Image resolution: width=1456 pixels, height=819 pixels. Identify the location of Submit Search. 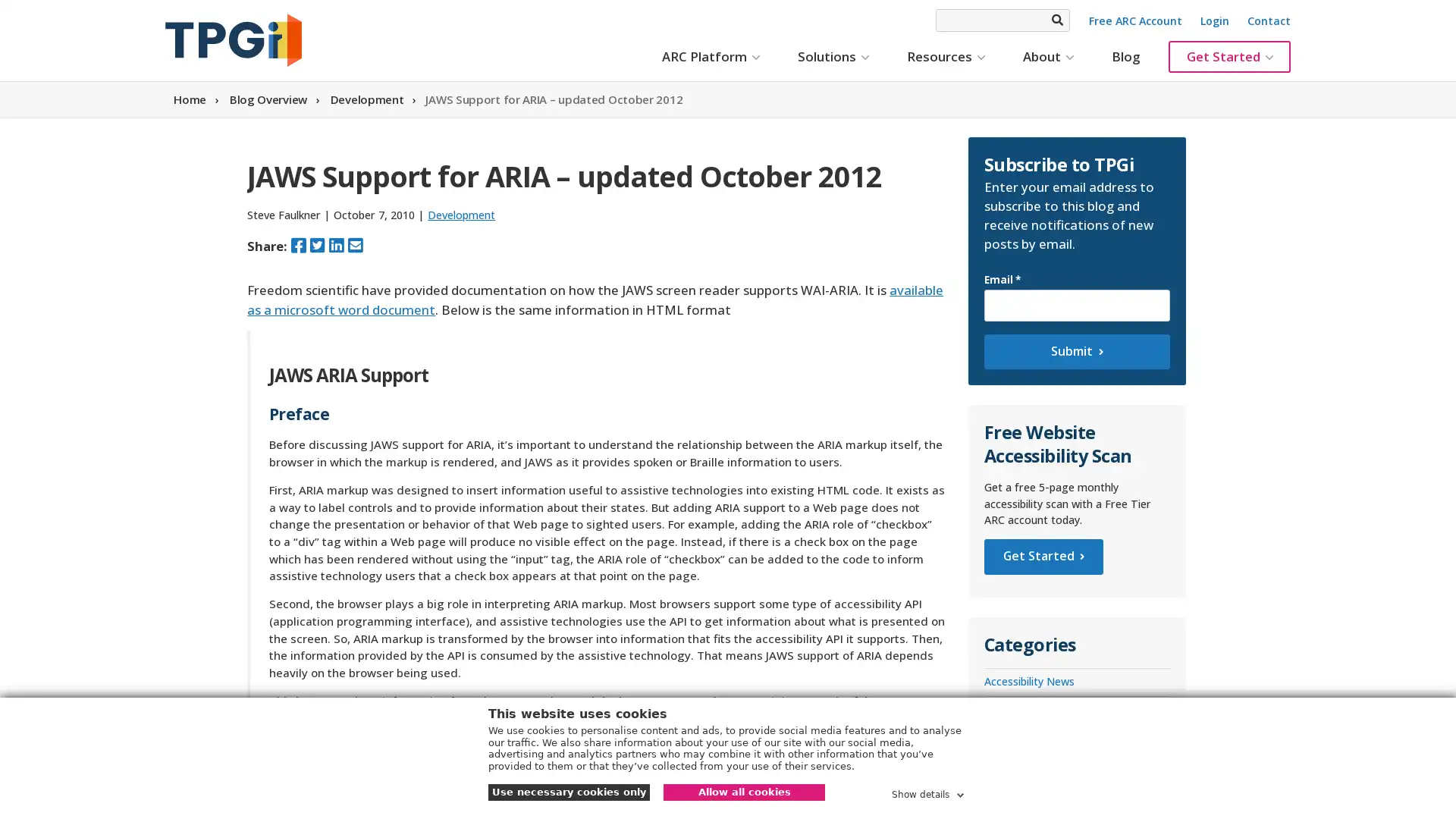
(1056, 20).